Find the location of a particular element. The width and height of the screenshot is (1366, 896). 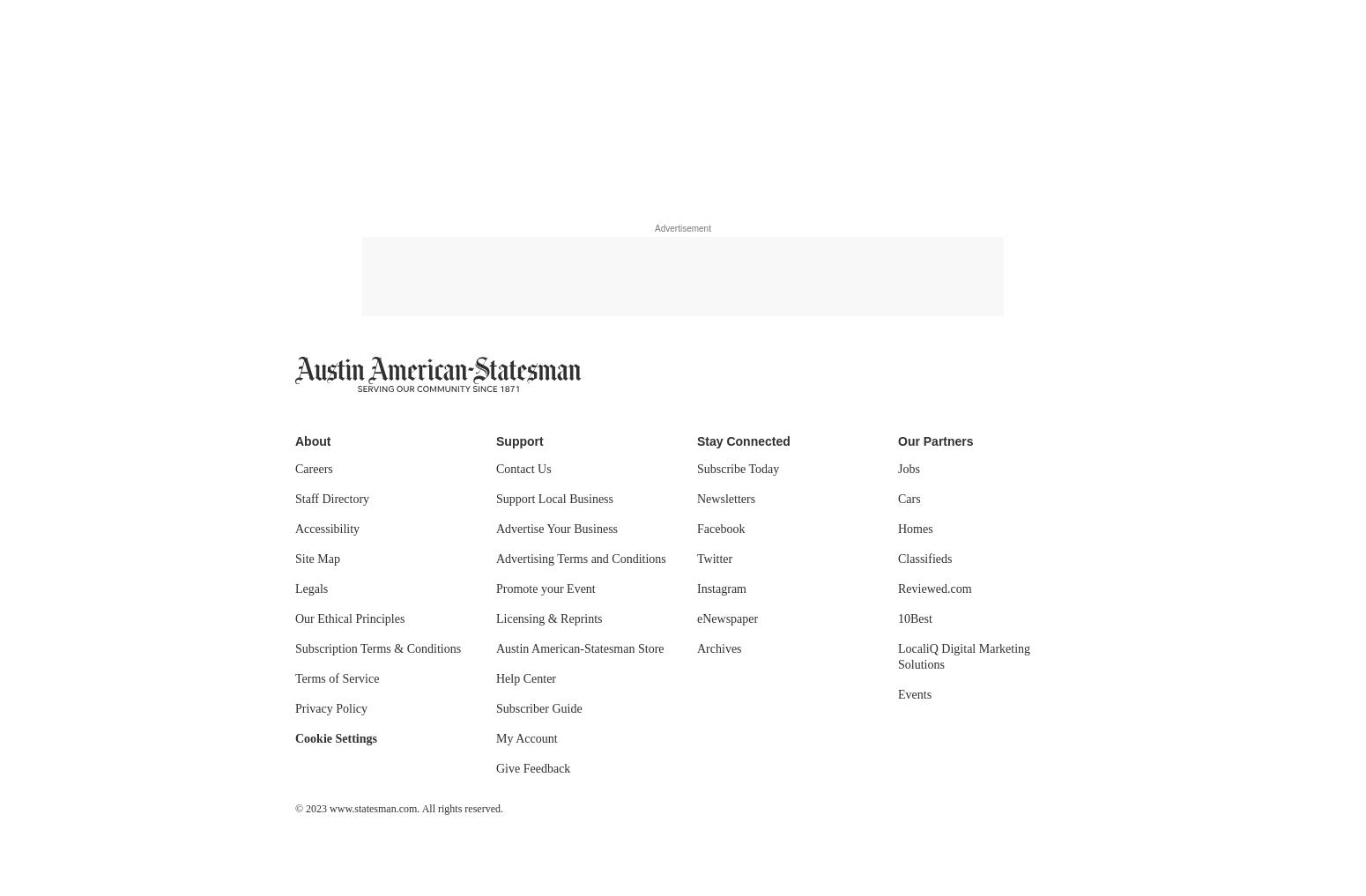

'Facebook' is located at coordinates (695, 528).